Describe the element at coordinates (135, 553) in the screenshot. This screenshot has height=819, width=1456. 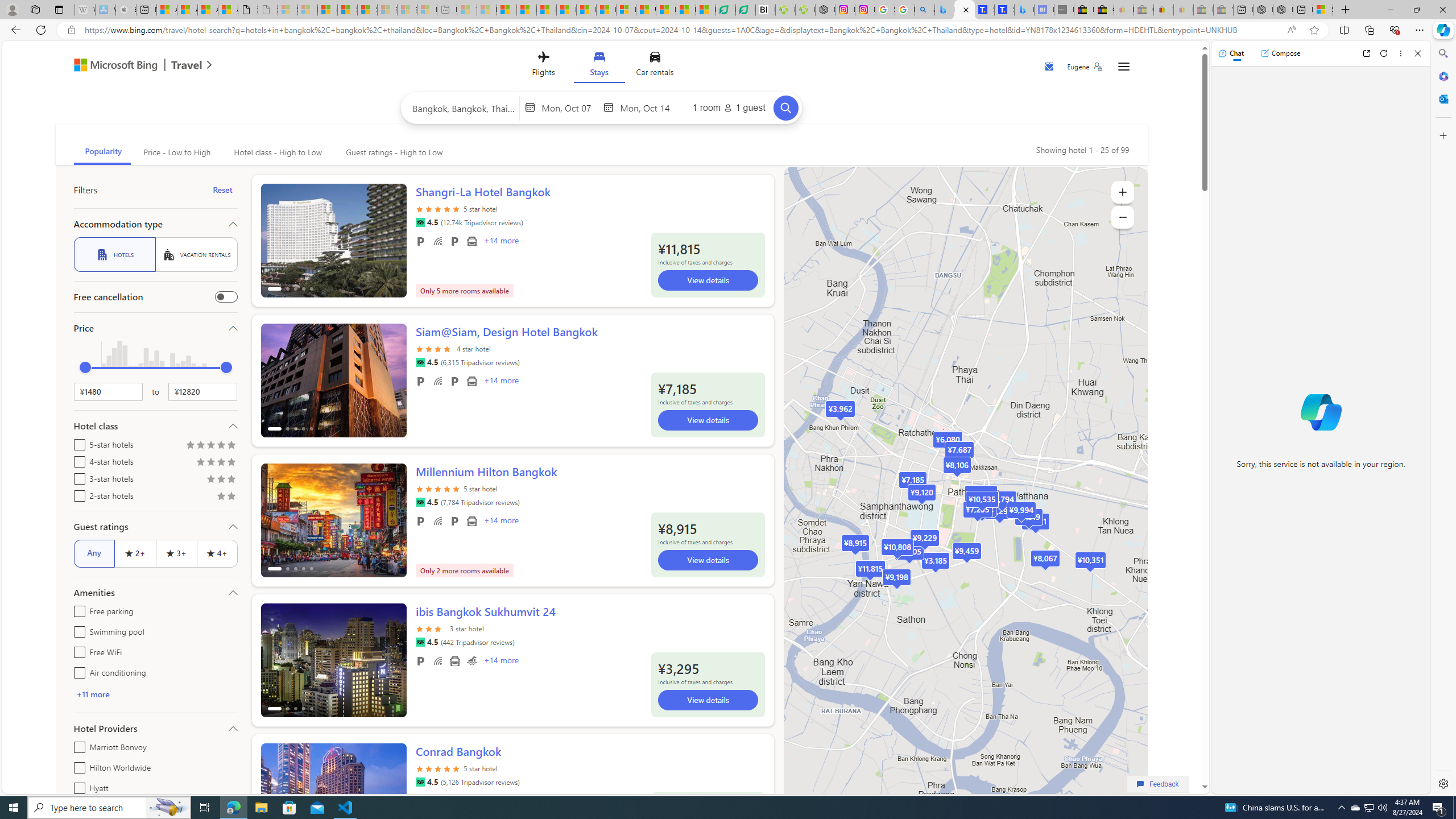
I see `'2+'` at that location.